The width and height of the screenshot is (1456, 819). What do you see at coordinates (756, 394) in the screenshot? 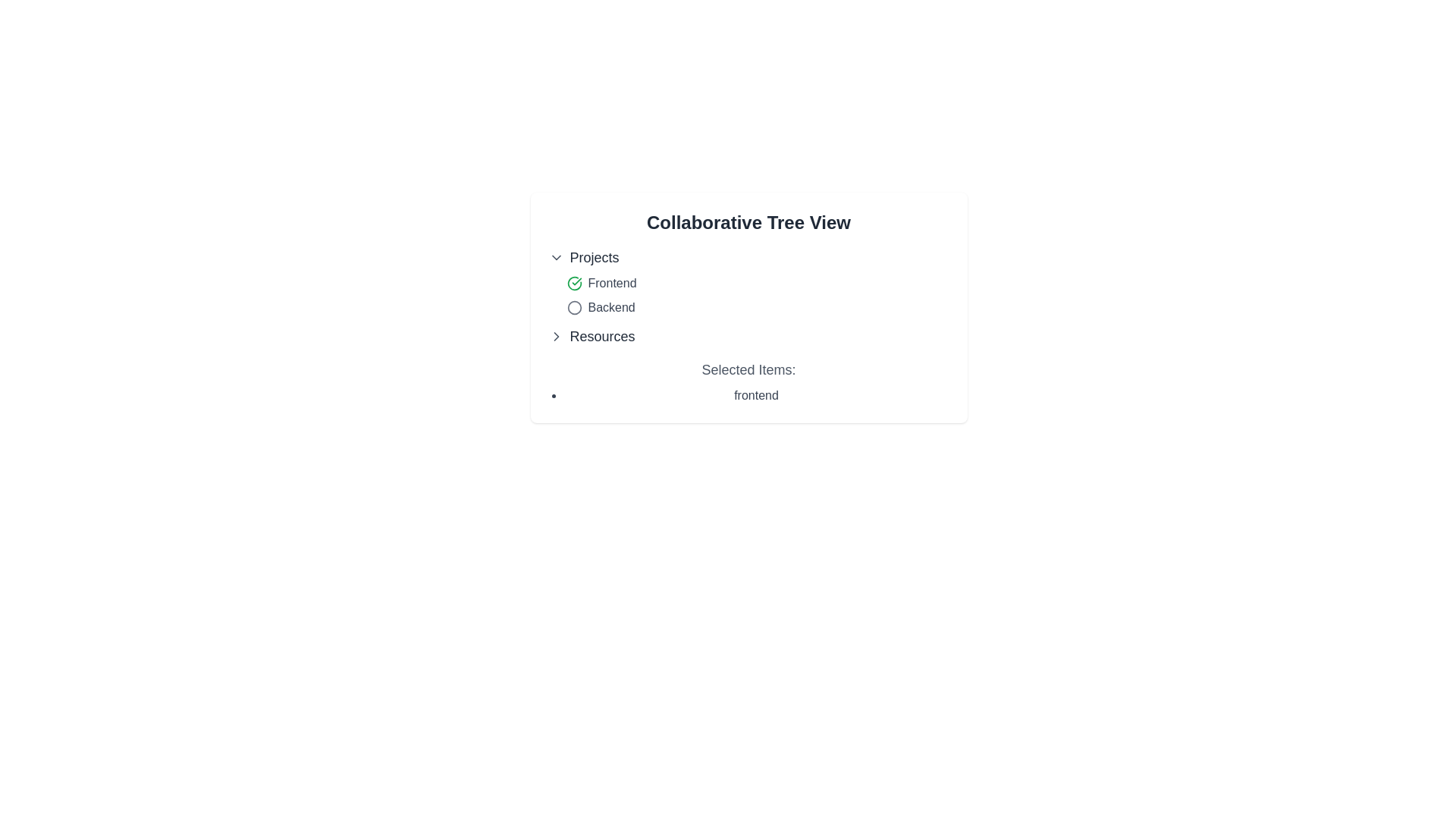
I see `the text 'frontend' which is part of a bulleted list under the heading 'Selected Items:'` at bounding box center [756, 394].